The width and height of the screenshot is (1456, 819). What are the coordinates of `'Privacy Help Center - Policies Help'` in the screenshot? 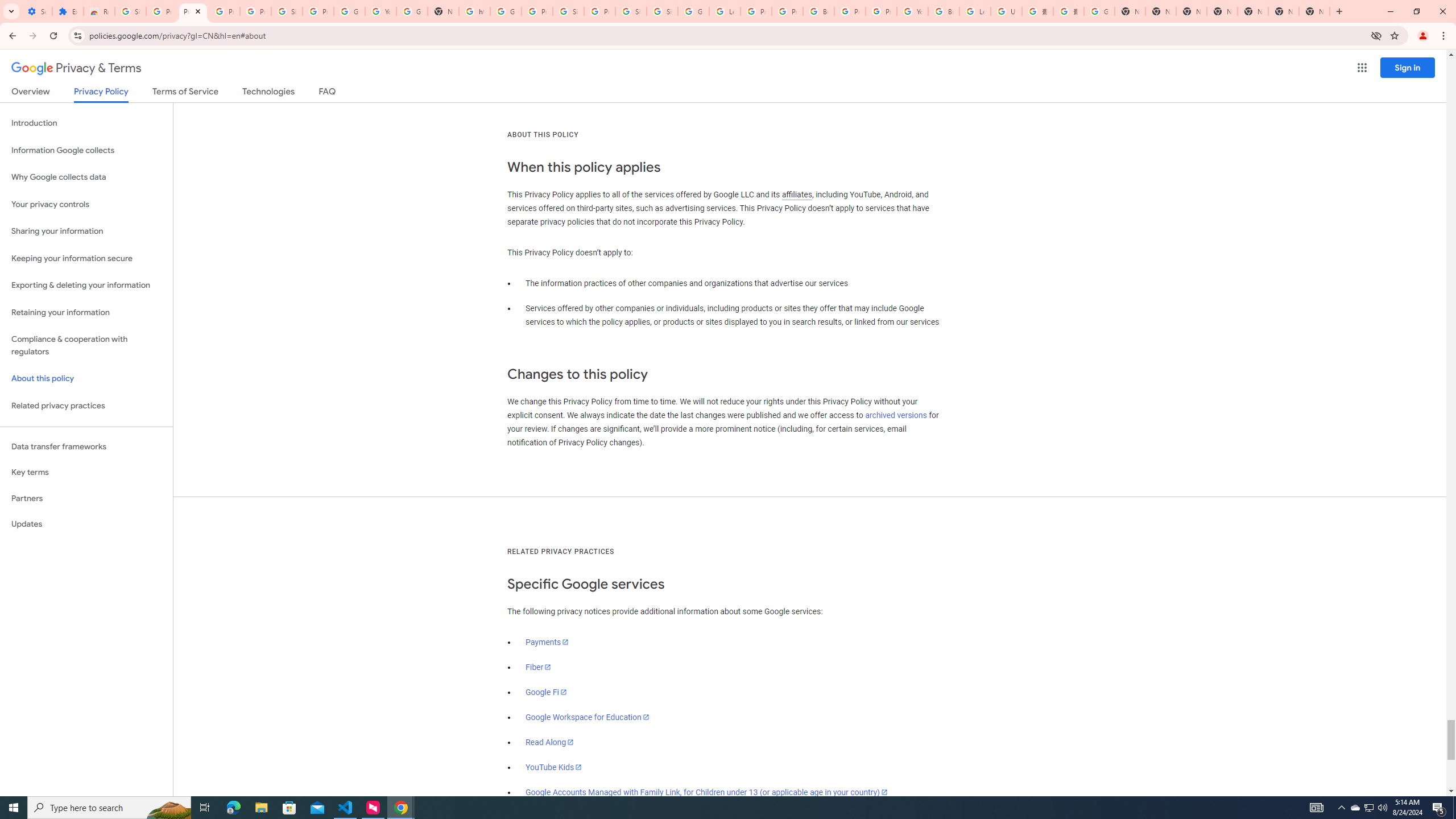 It's located at (755, 11).